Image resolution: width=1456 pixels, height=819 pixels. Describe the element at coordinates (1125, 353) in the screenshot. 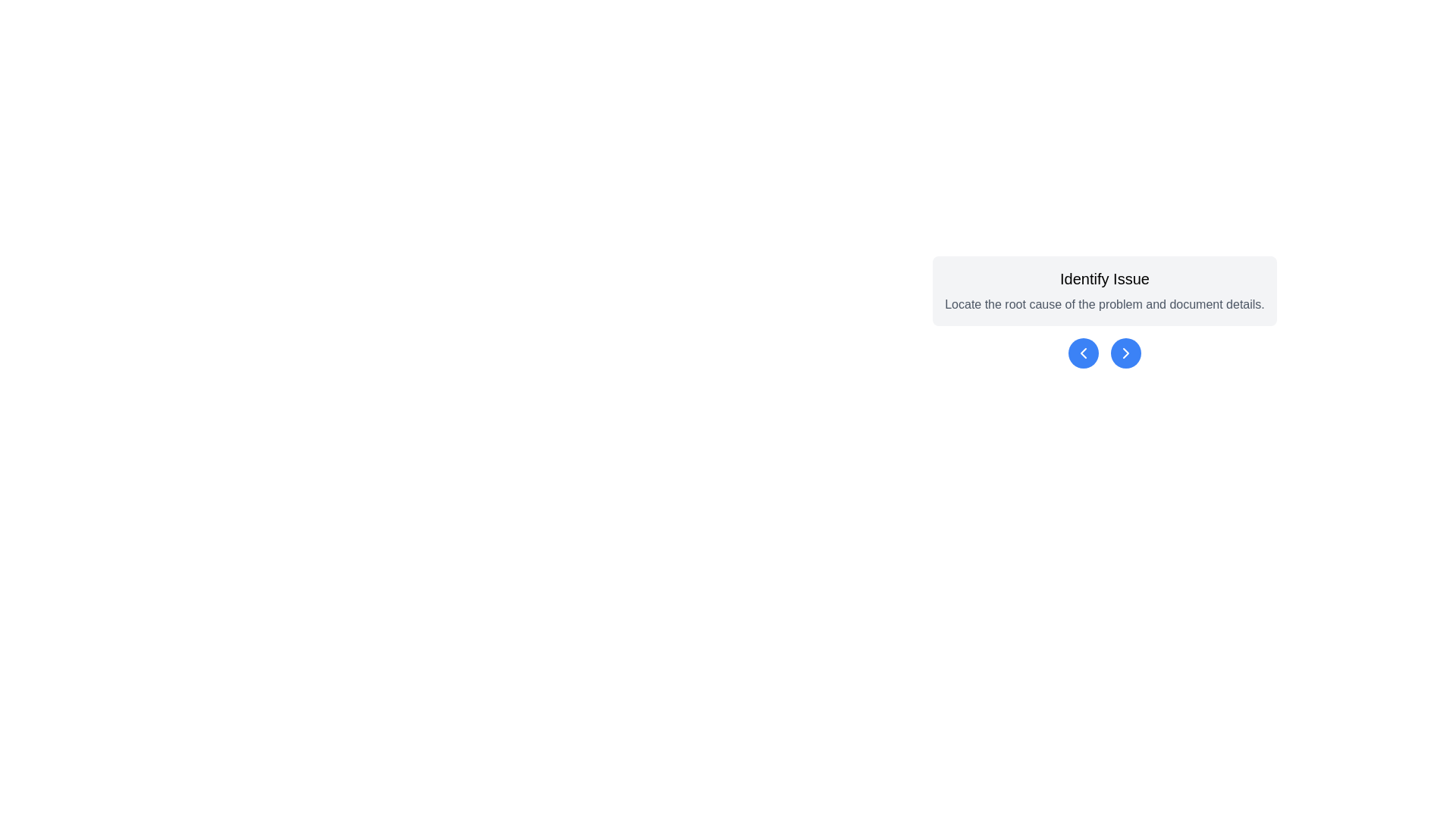

I see `the rightward-pointing chevron icon located to the right of the leftward-pointing chevron, beneath the 'Identify Issue' text` at that location.